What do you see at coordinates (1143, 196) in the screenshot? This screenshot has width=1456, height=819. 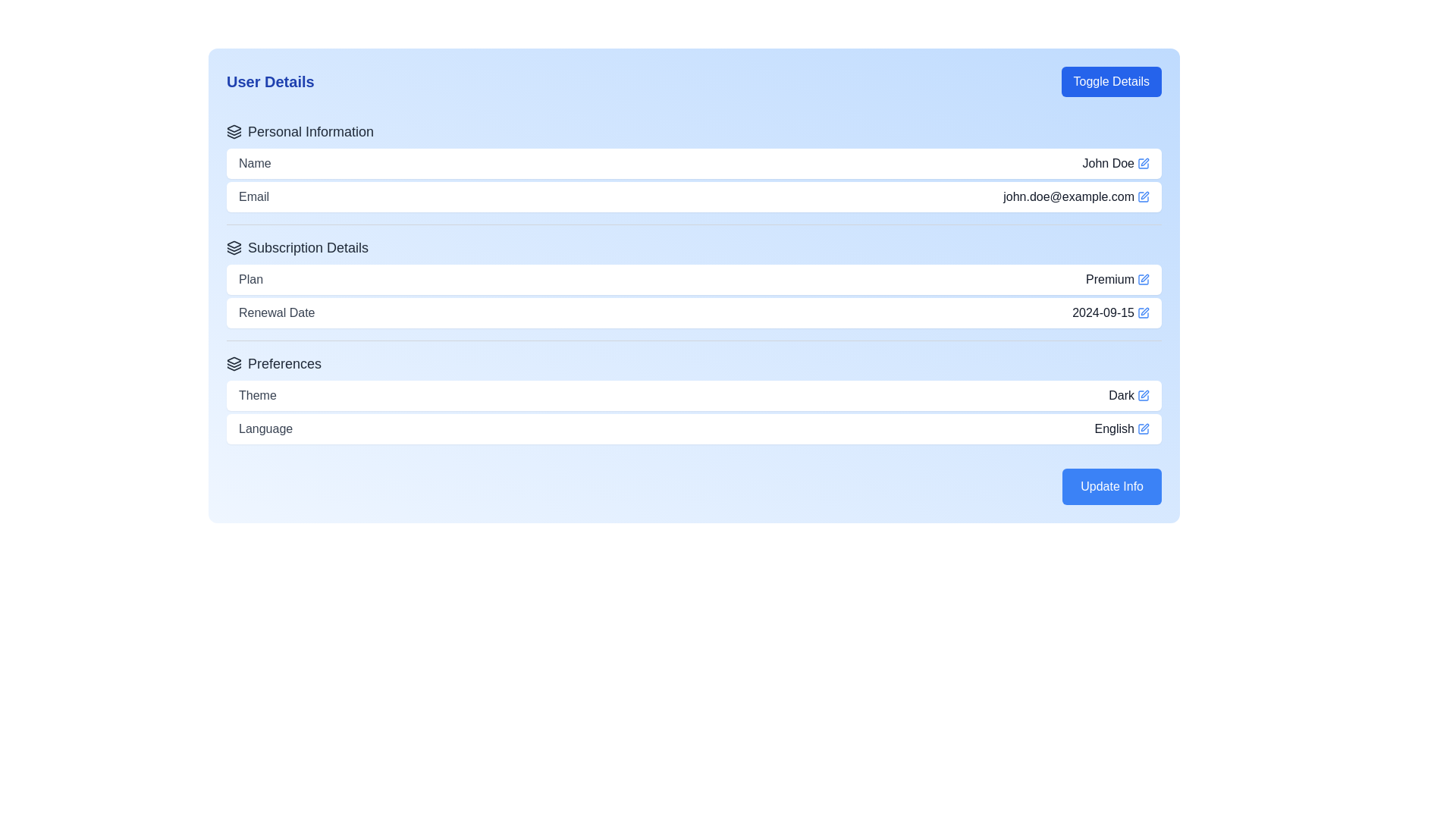 I see `the icon-based button located to the right of the email address 'john.doe@example.com' to initiate editing` at bounding box center [1143, 196].